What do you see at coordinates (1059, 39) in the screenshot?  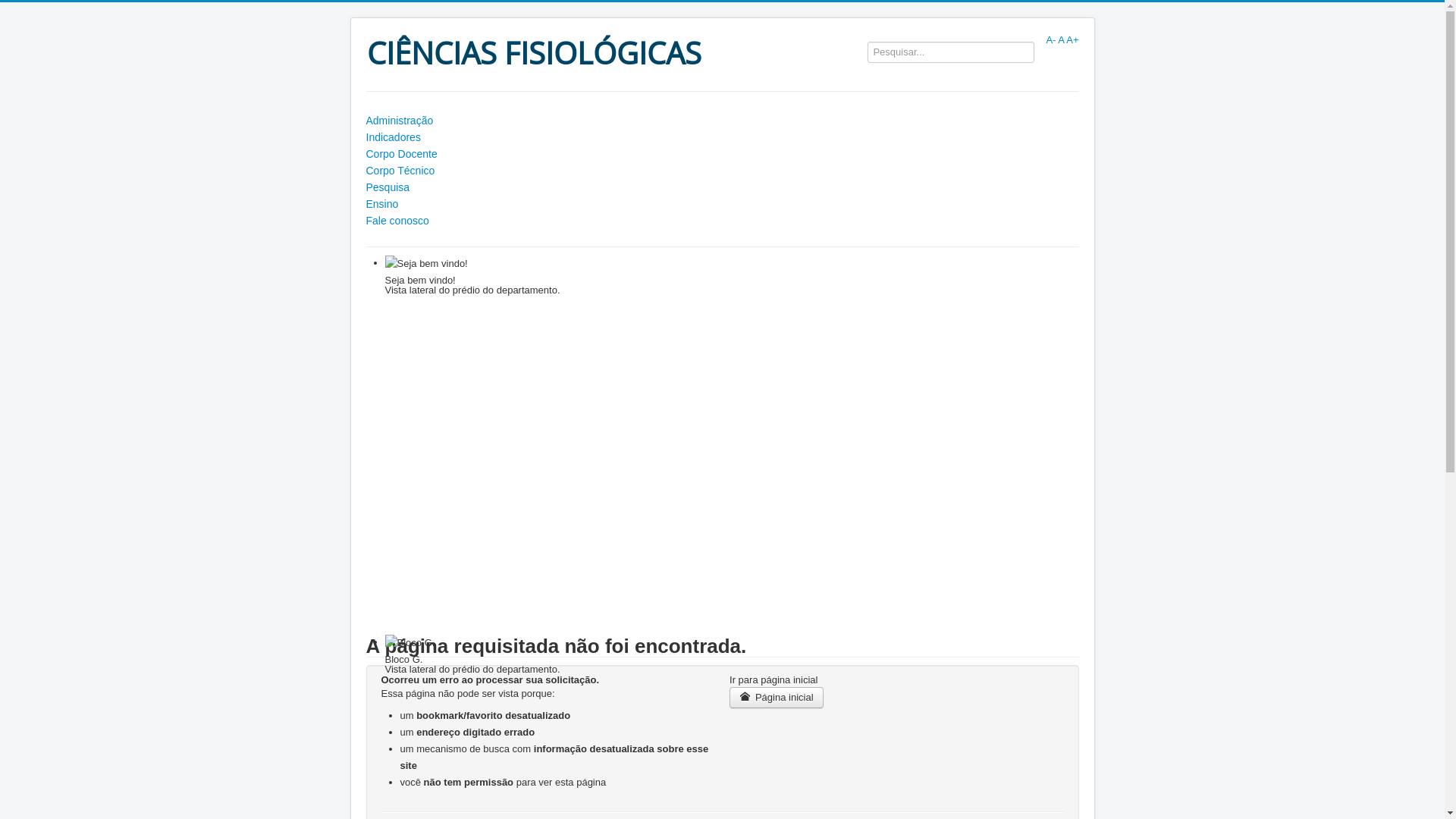 I see `'A'` at bounding box center [1059, 39].